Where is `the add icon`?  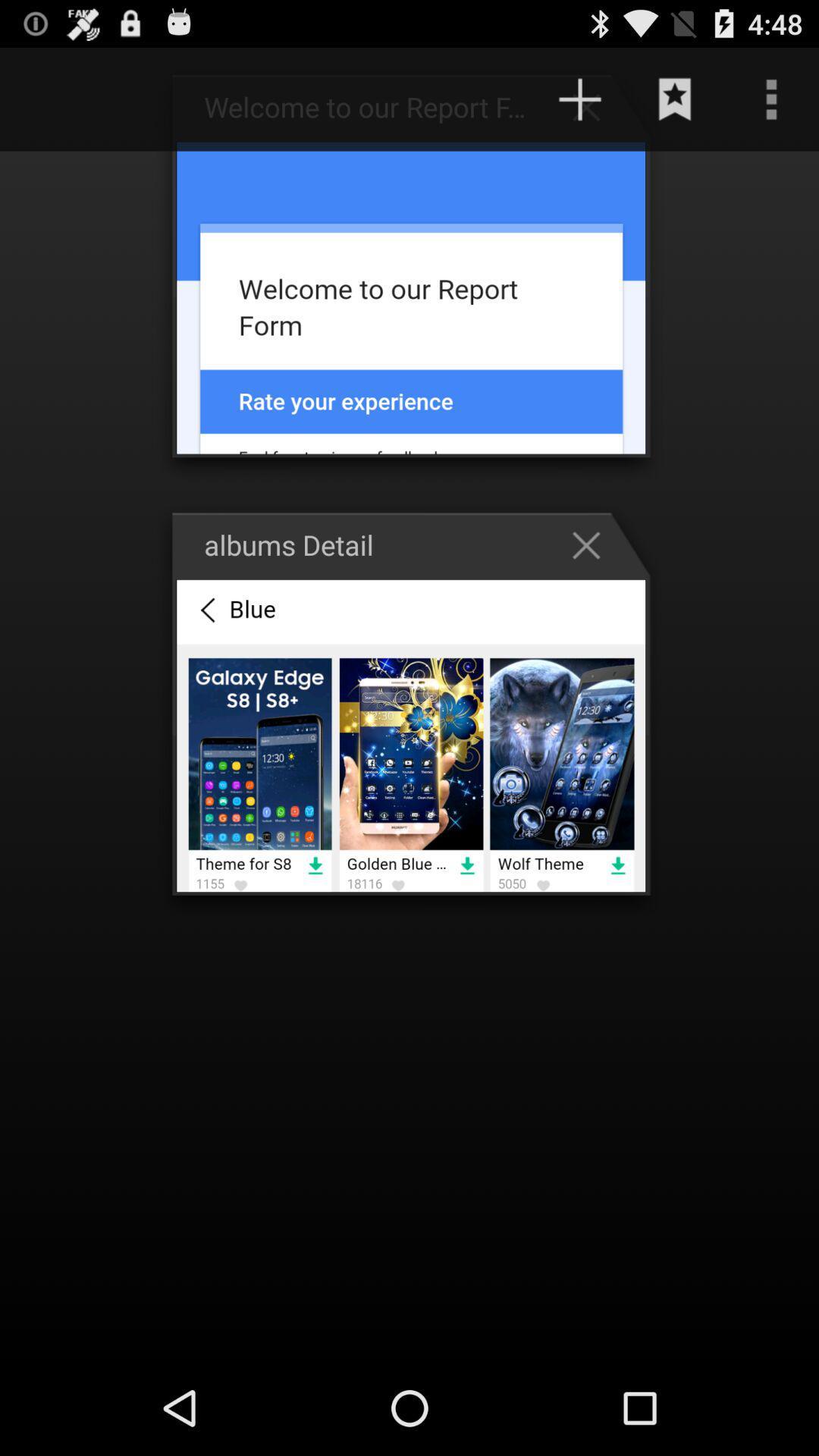
the add icon is located at coordinates (579, 105).